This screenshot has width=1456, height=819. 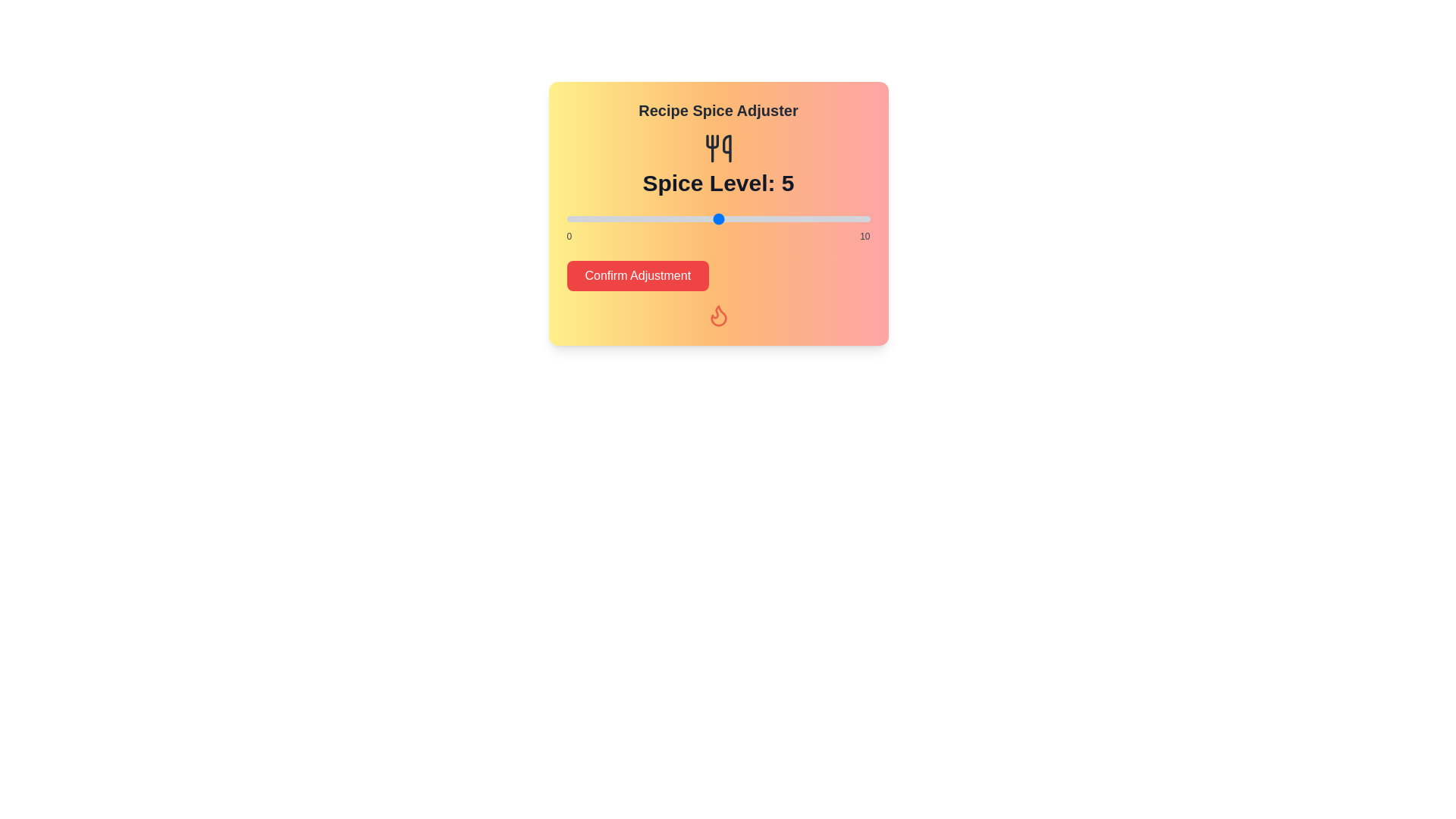 What do you see at coordinates (717, 315) in the screenshot?
I see `the flame icon to observe its animation` at bounding box center [717, 315].